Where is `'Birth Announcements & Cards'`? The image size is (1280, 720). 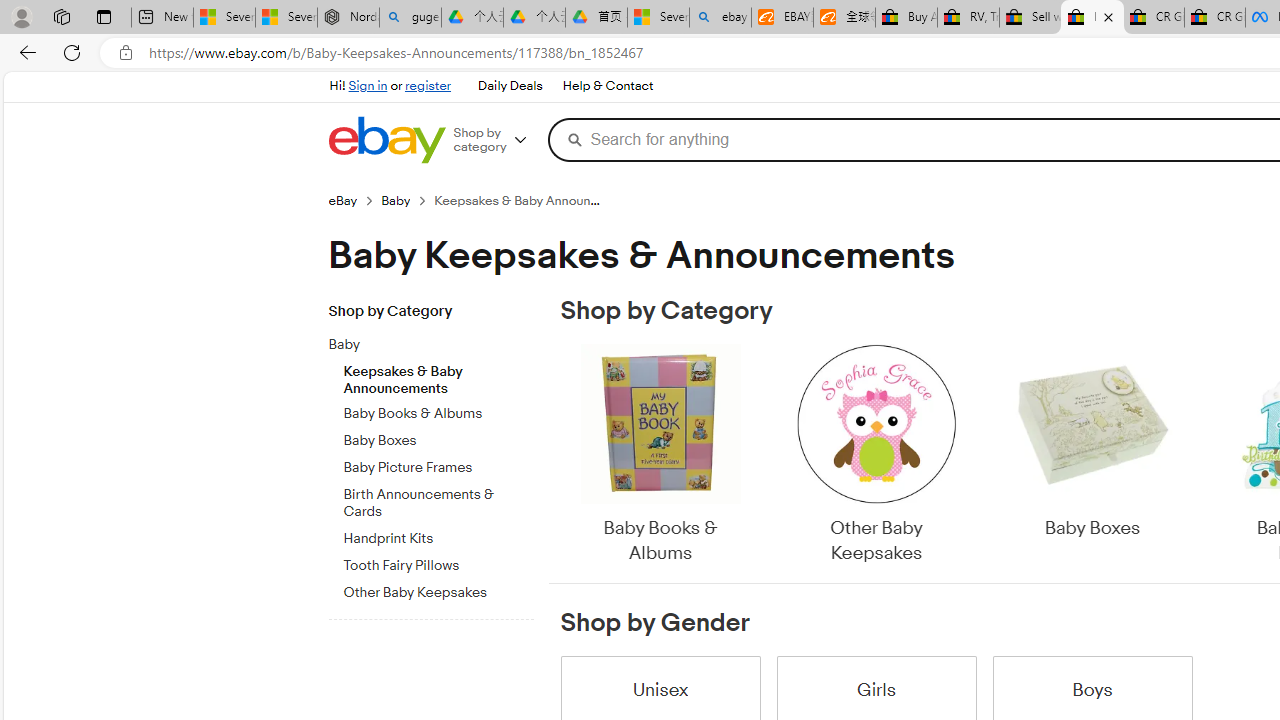
'Birth Announcements & Cards' is located at coordinates (437, 499).